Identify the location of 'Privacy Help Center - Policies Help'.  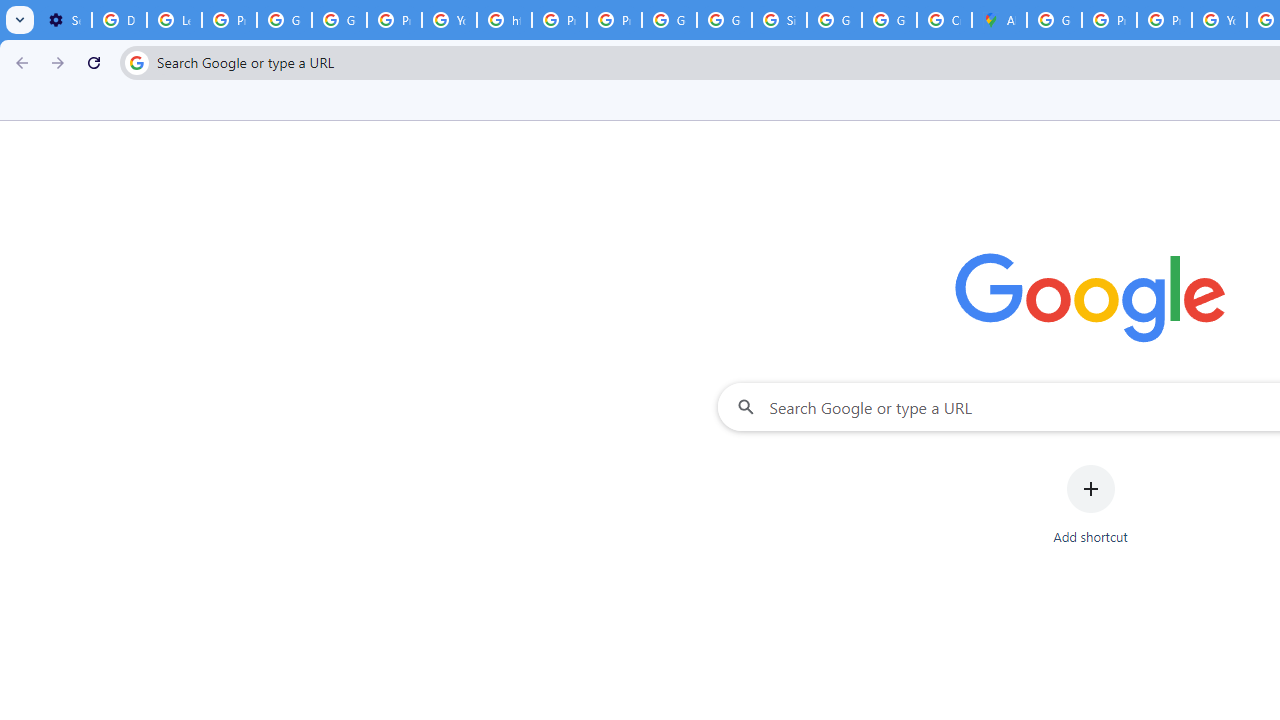
(1108, 20).